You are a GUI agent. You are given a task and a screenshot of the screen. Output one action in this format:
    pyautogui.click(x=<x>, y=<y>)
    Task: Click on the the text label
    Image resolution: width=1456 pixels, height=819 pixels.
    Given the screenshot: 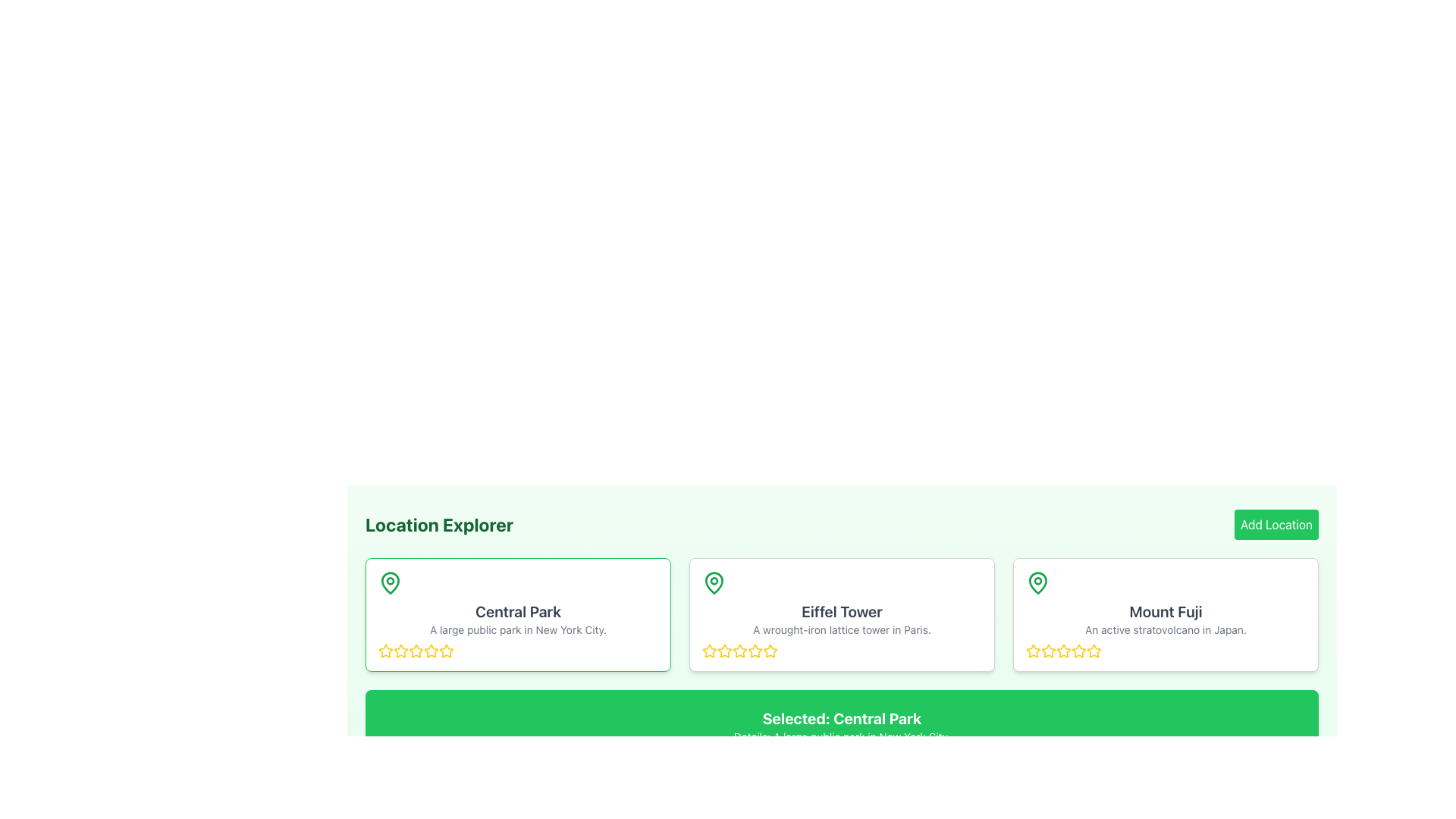 What is the action you would take?
    pyautogui.click(x=1165, y=610)
    